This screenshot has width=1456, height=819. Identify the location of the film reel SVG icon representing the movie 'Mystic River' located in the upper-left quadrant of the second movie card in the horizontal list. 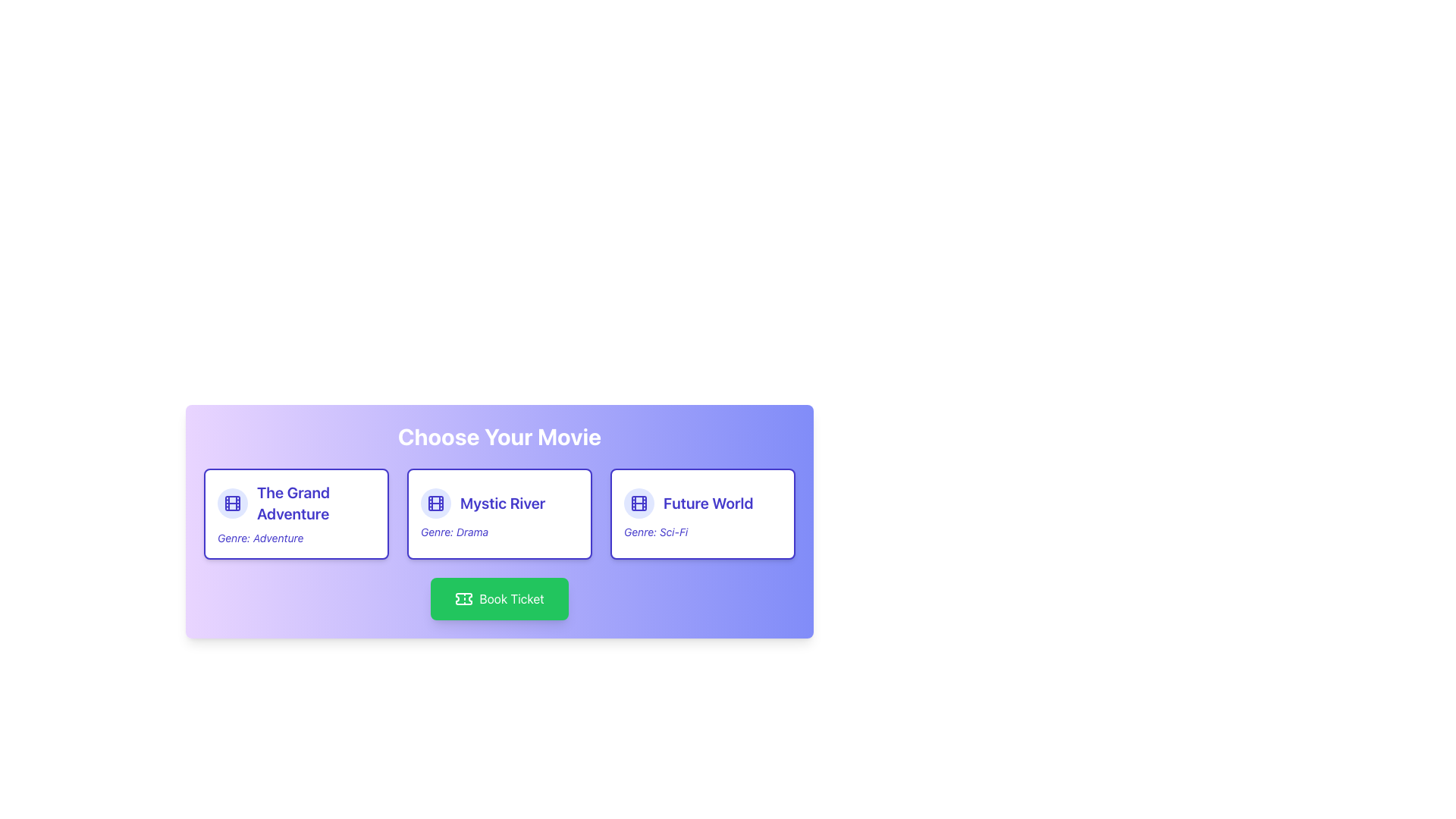
(435, 503).